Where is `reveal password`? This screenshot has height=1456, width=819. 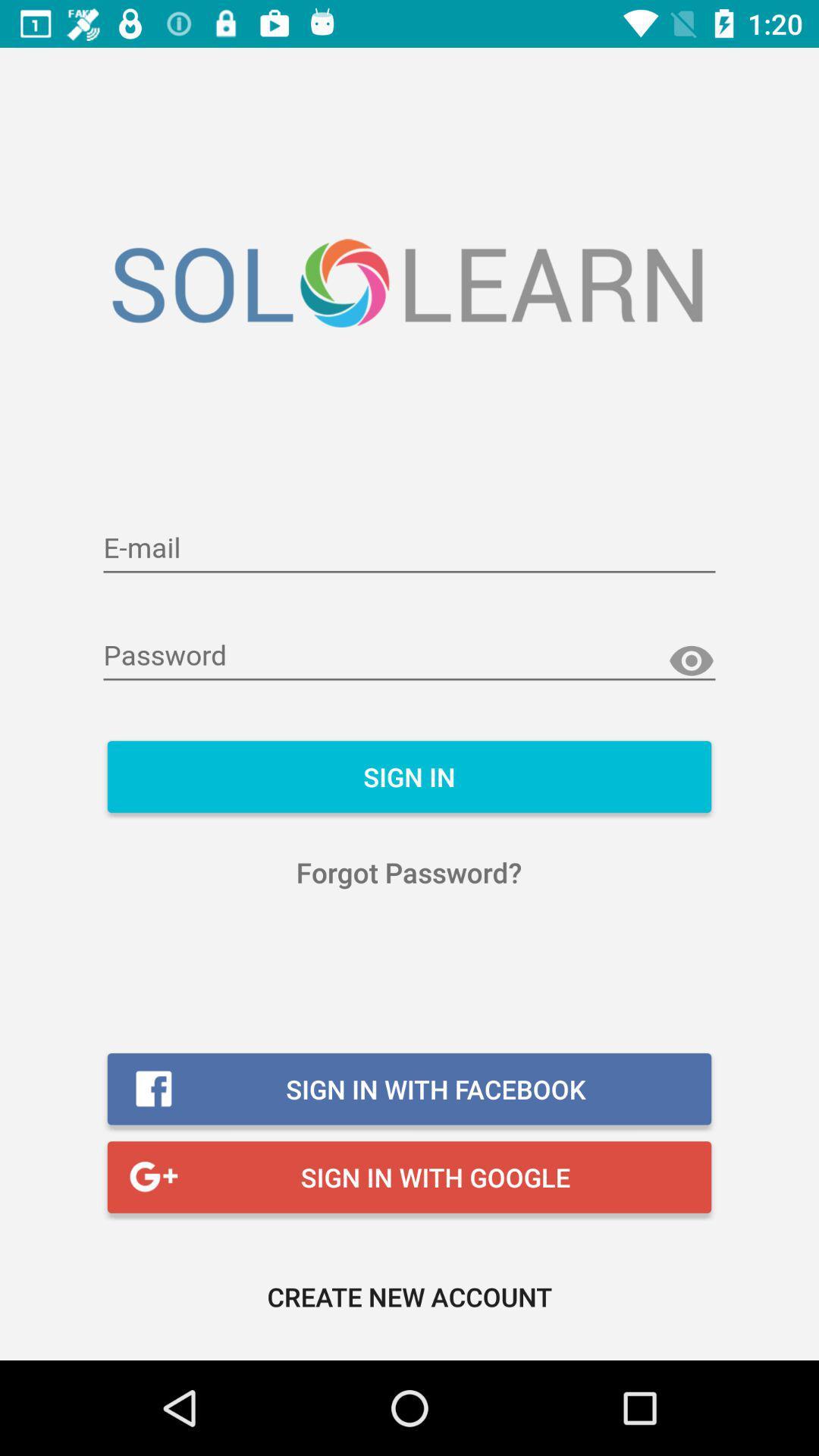
reveal password is located at coordinates (691, 661).